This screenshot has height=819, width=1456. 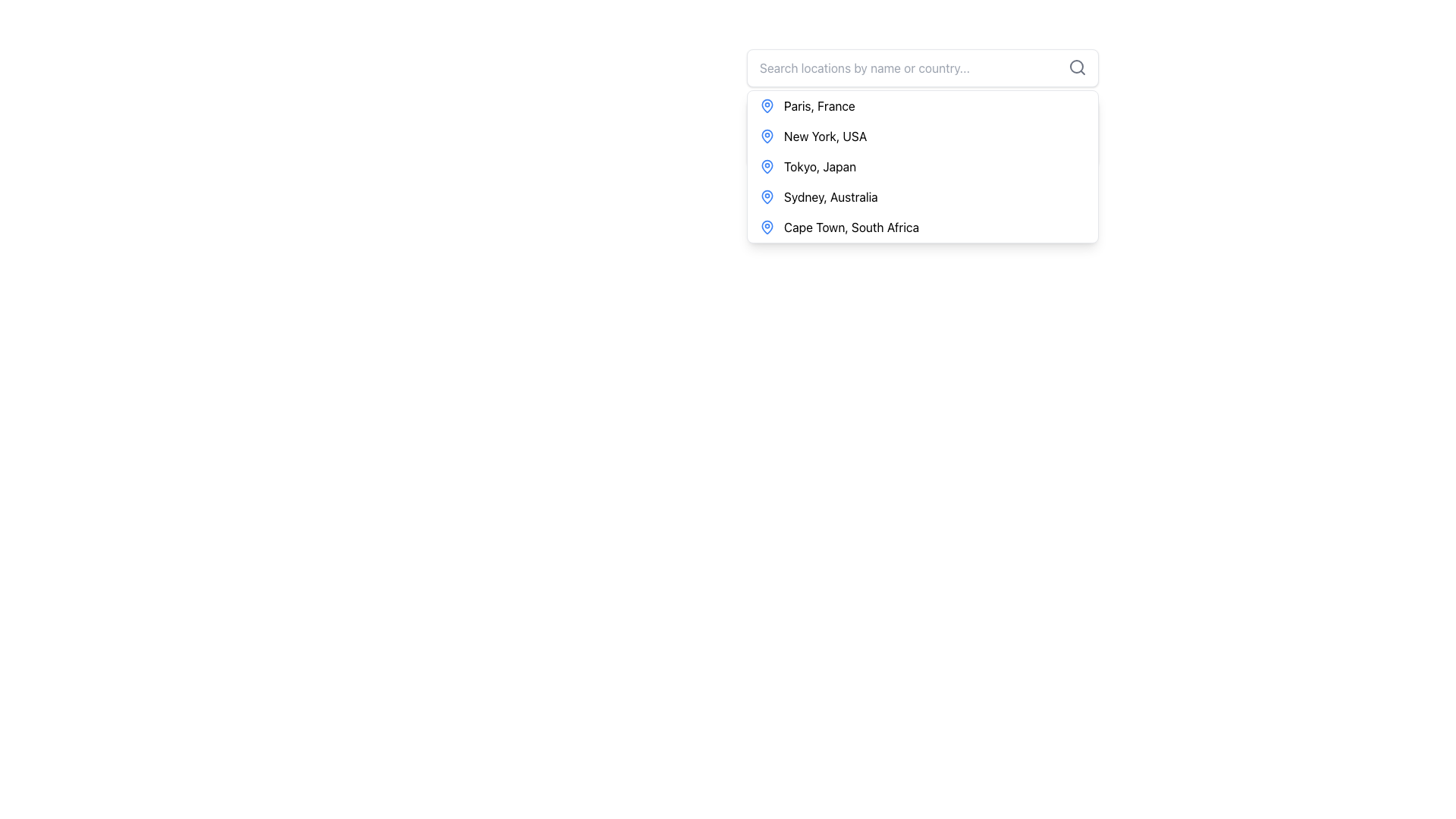 I want to click on the circular element of the magnifying glass icon located at the top-right corner of the search bar, so click(x=1076, y=66).